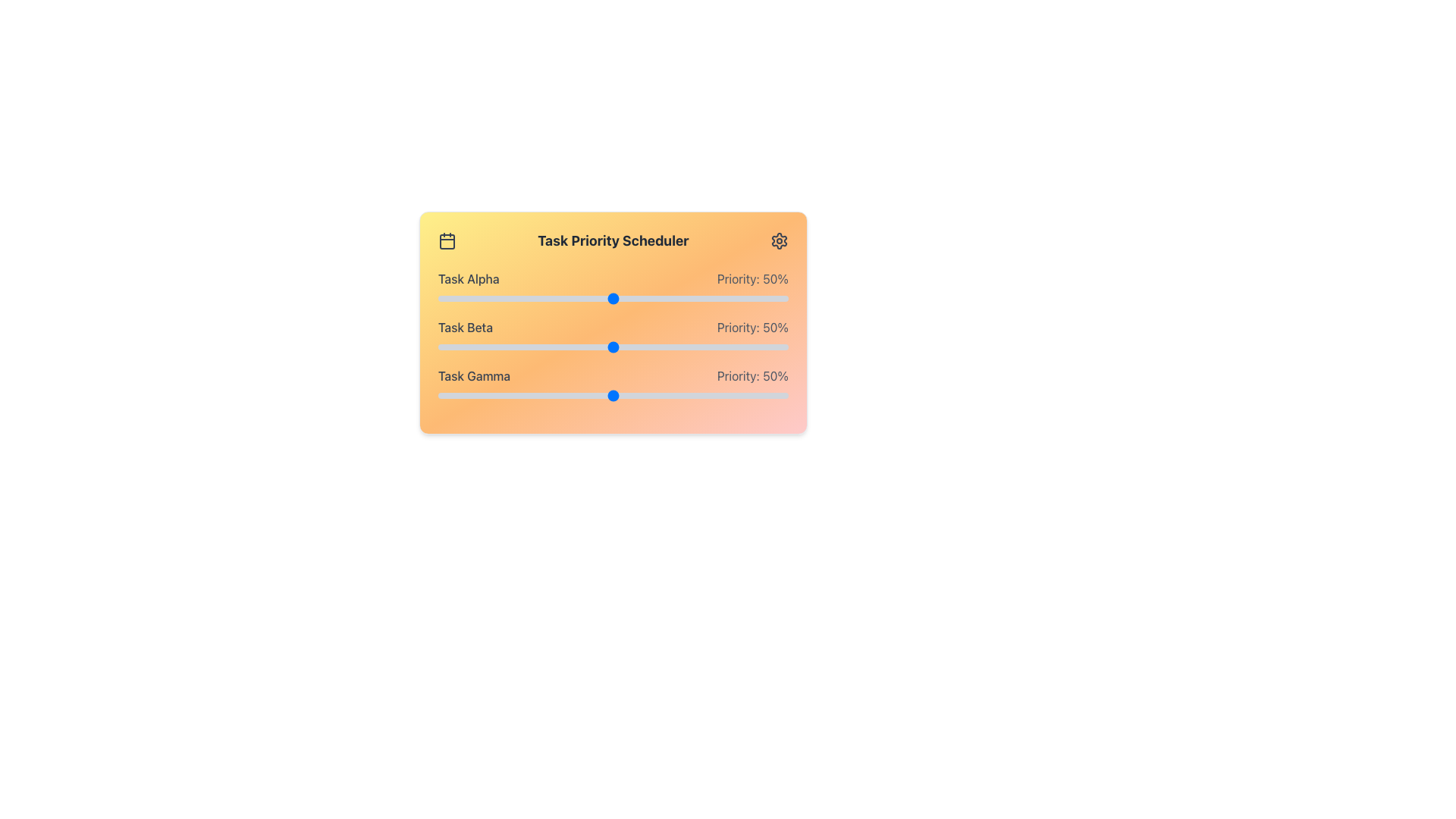 This screenshot has width=1456, height=819. I want to click on the priority value of Task Gamma, so click(634, 375).